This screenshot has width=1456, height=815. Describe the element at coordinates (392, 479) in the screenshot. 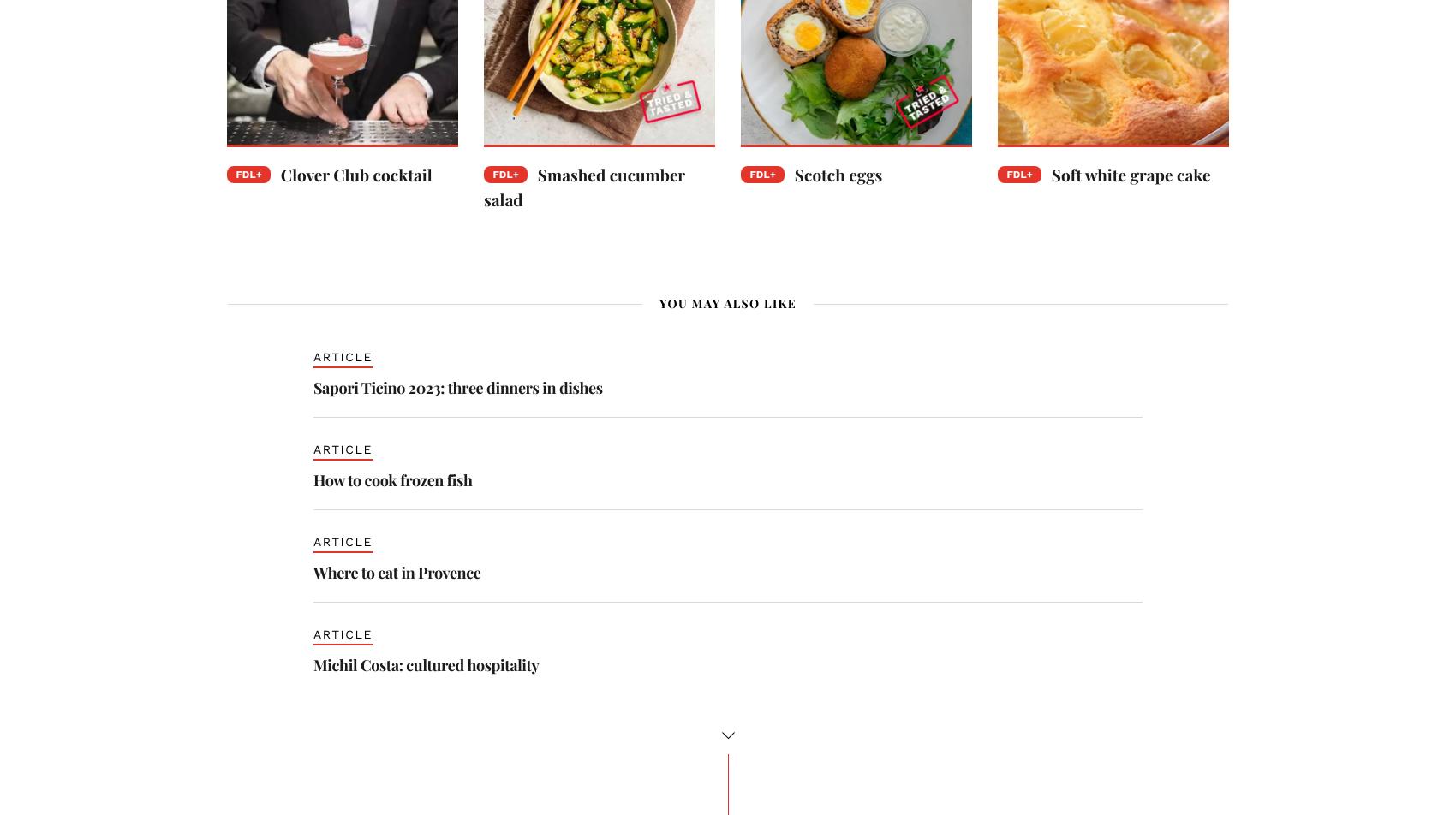

I see `'How to cook frozen fish'` at that location.